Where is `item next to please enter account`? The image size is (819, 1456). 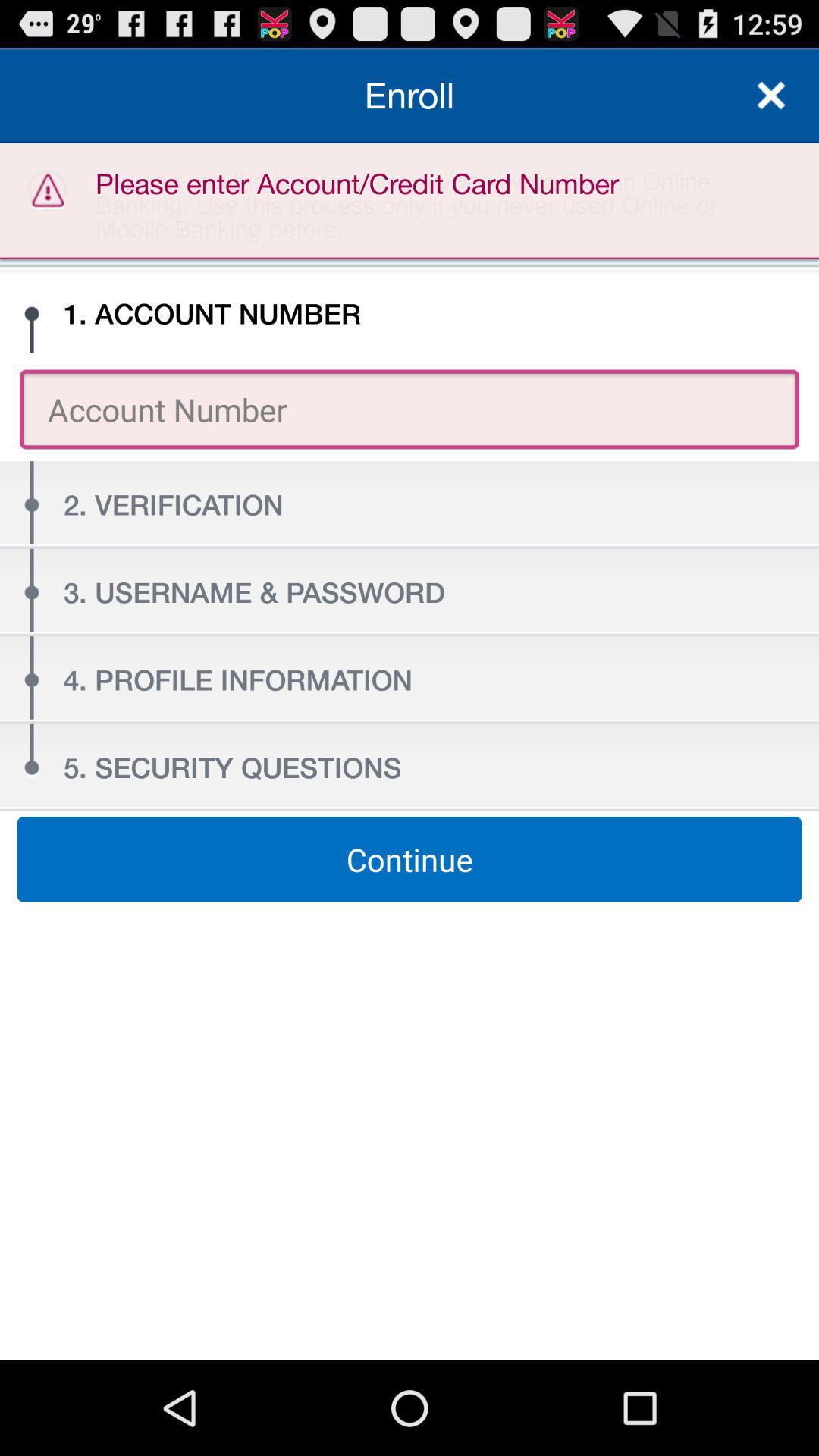 item next to please enter account is located at coordinates (771, 94).